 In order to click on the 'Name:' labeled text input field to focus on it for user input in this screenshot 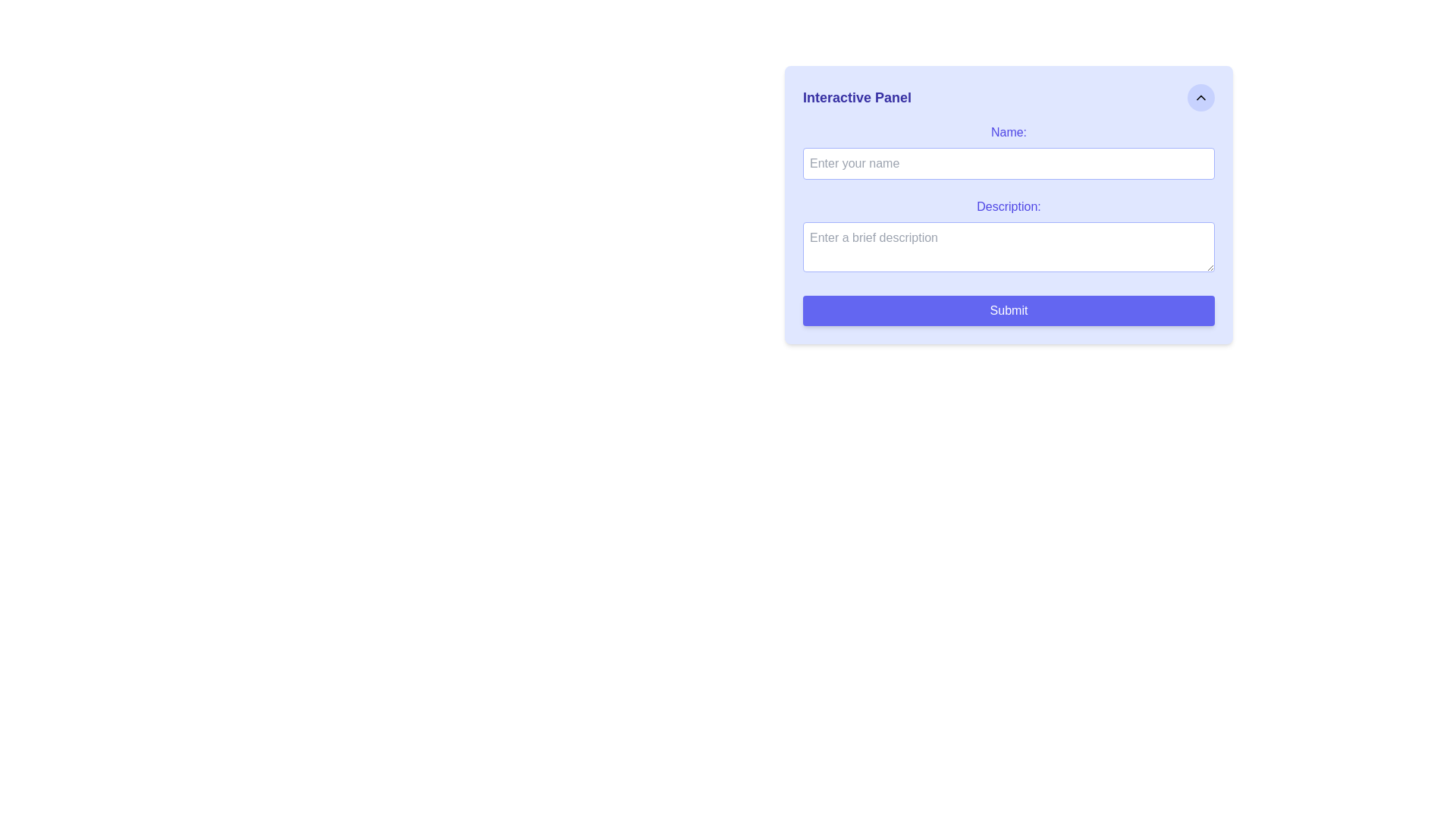, I will do `click(1009, 152)`.